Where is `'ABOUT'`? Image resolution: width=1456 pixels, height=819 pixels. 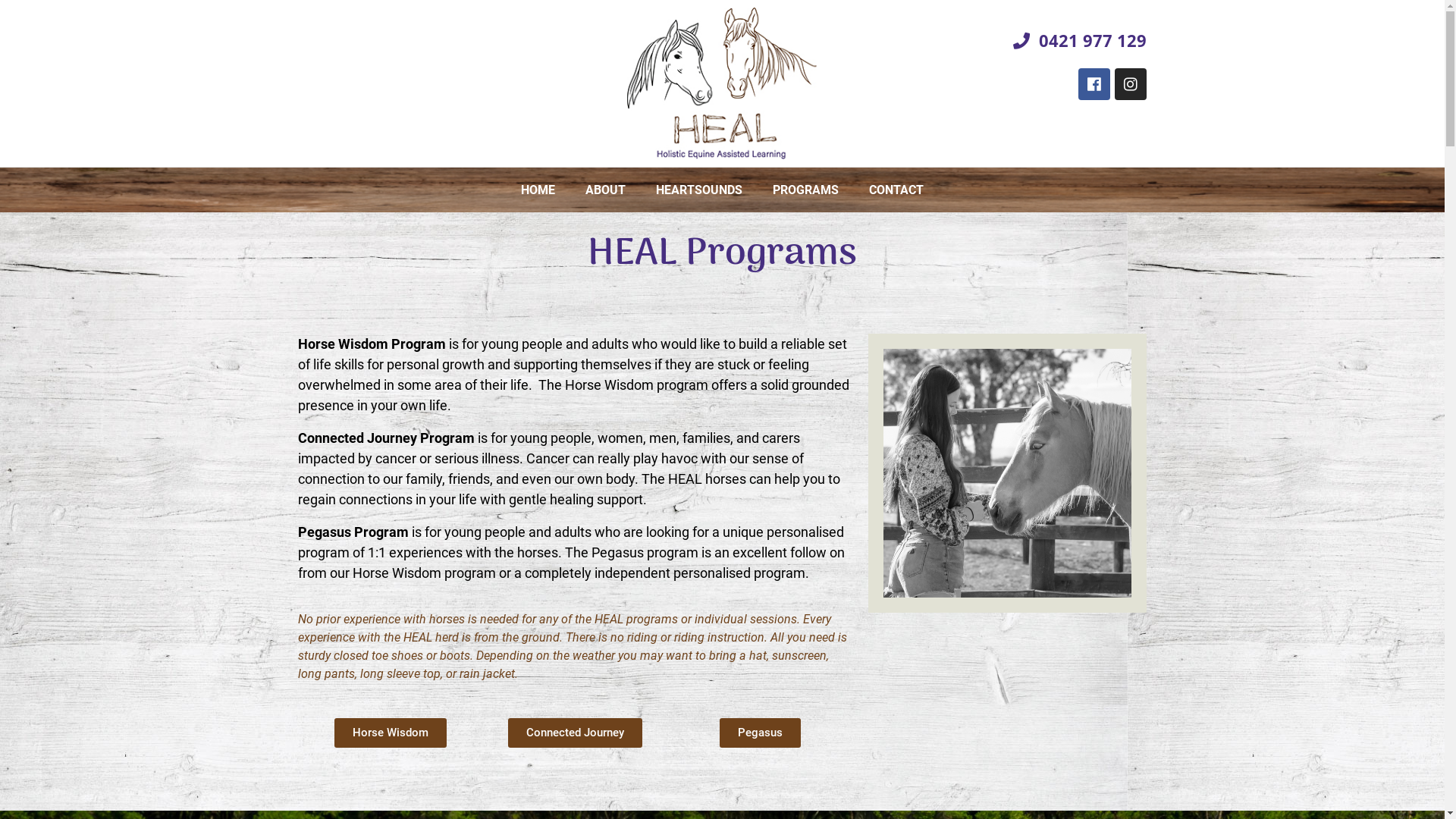 'ABOUT' is located at coordinates (604, 189).